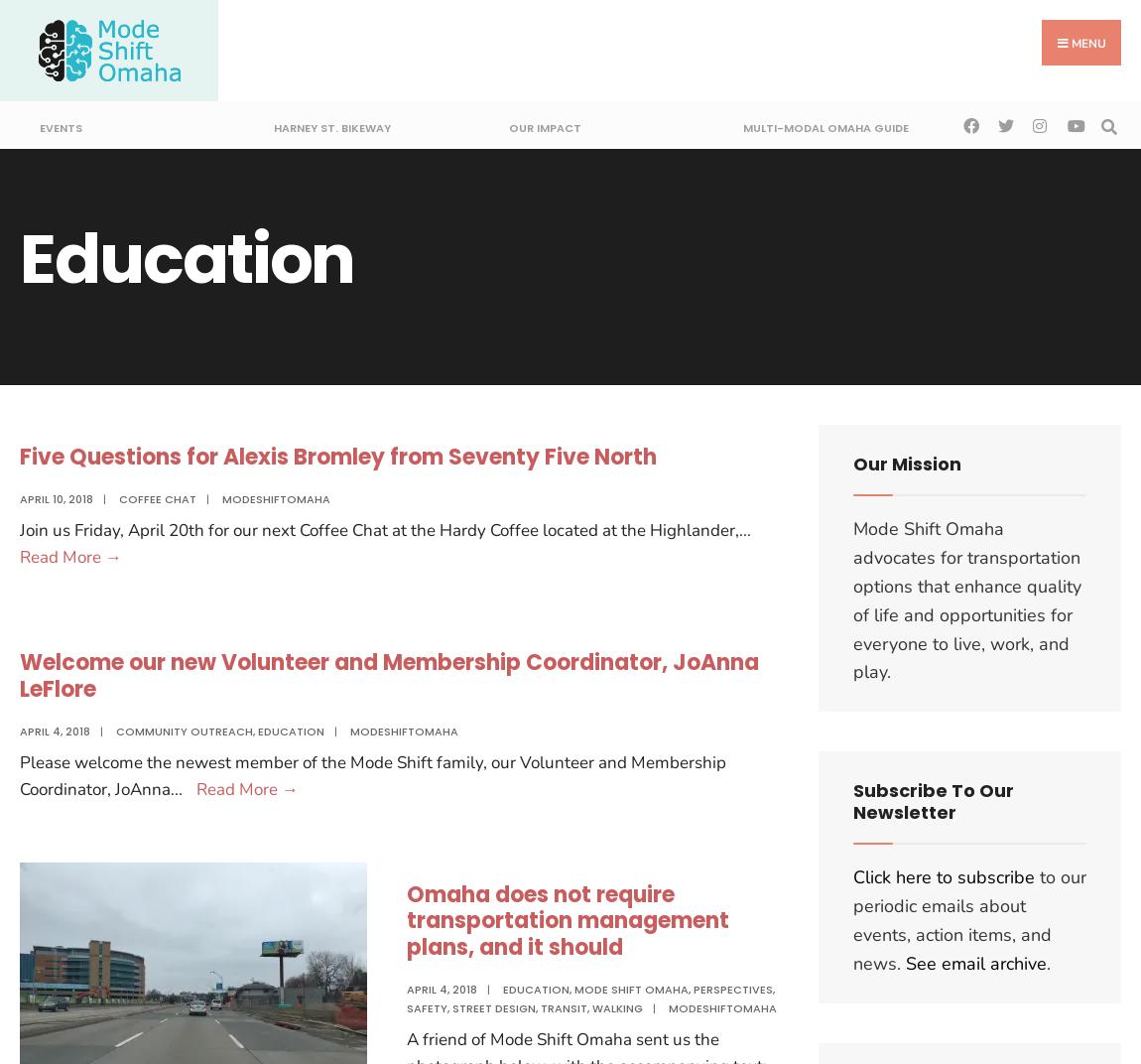 The image size is (1141, 1064). Describe the element at coordinates (630, 988) in the screenshot. I see `'Mode Shift Omaha'` at that location.